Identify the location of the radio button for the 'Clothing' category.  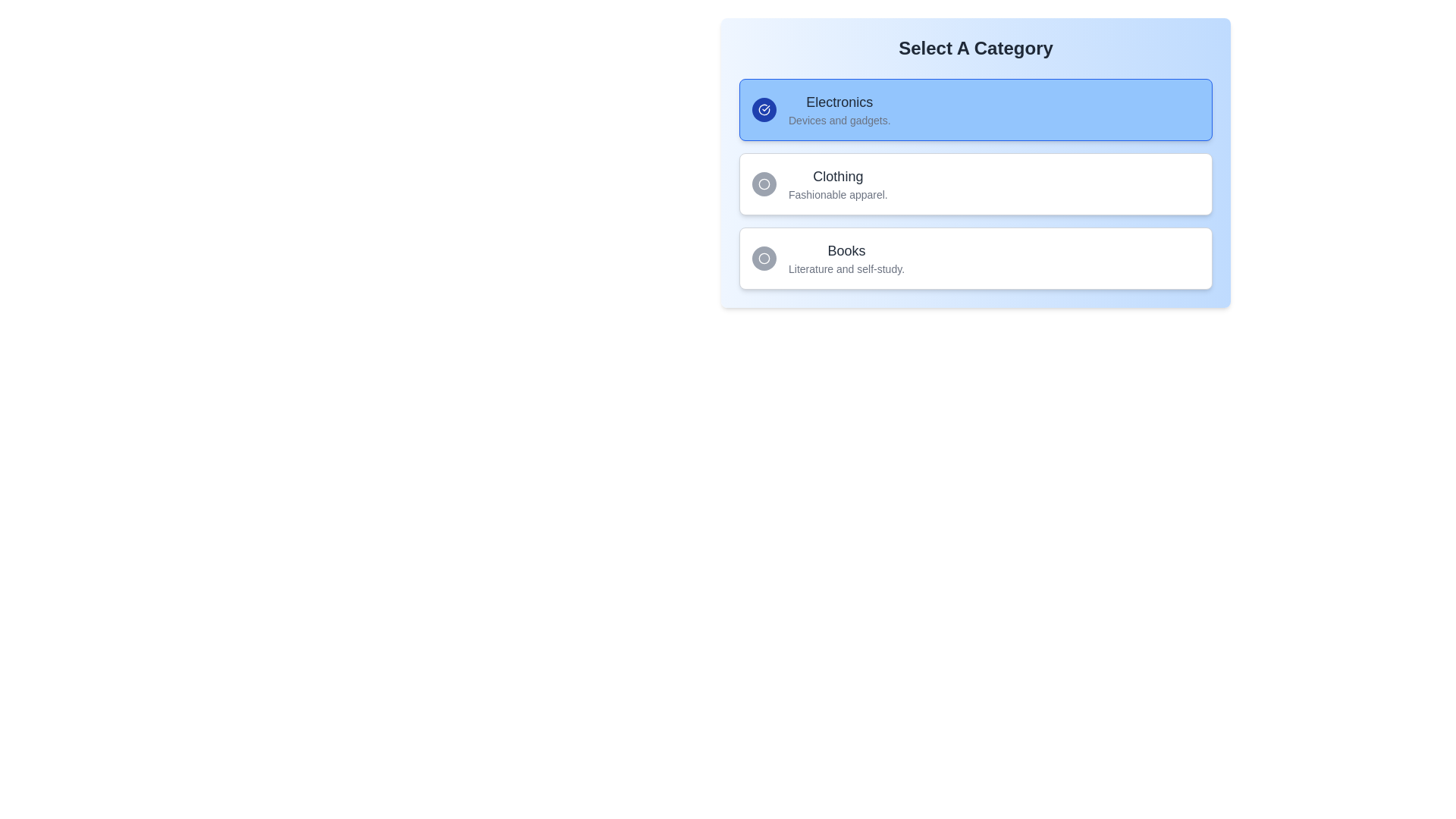
(764, 184).